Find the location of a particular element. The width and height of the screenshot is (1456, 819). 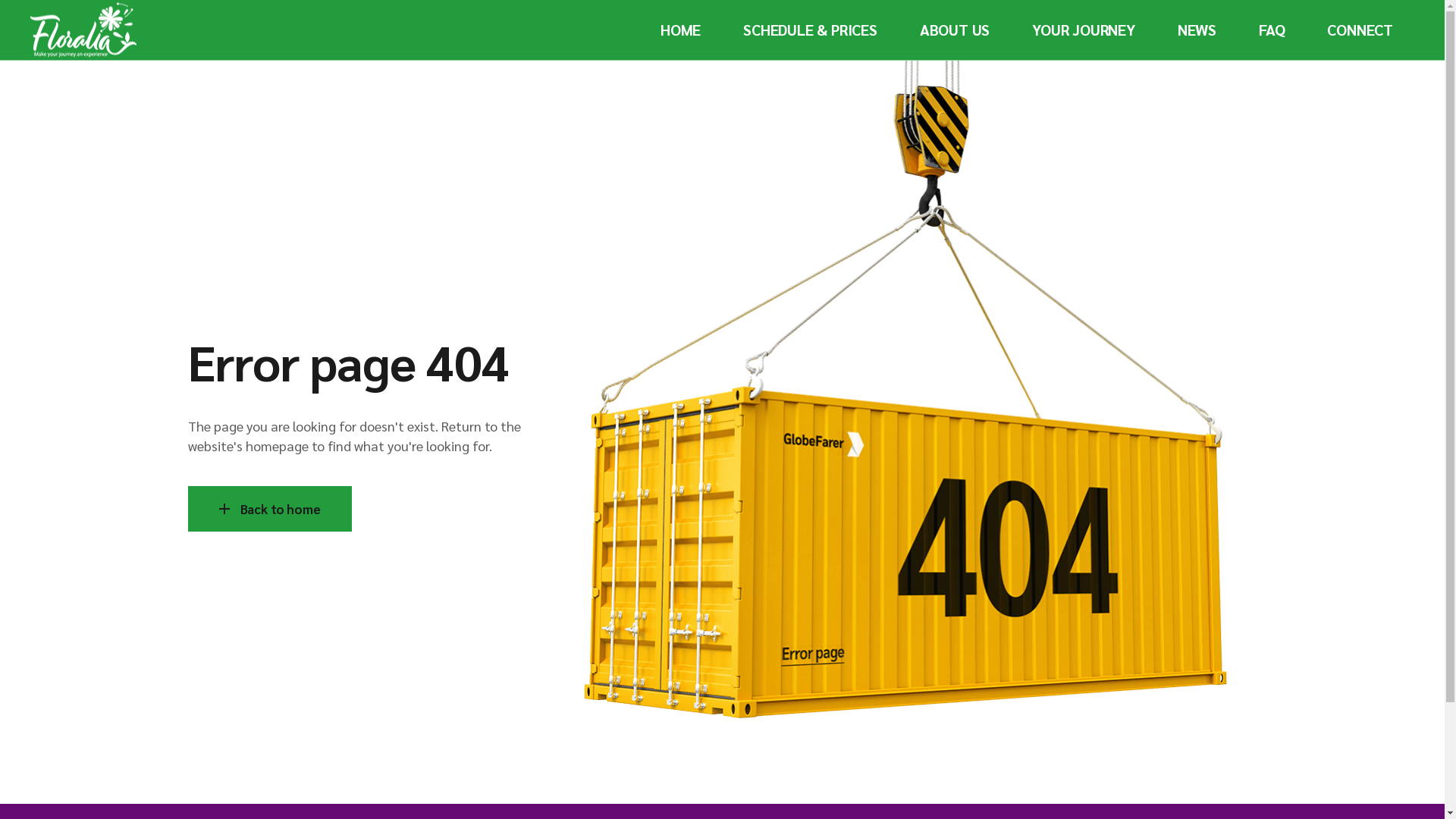

'CONNECT' is located at coordinates (1360, 30).